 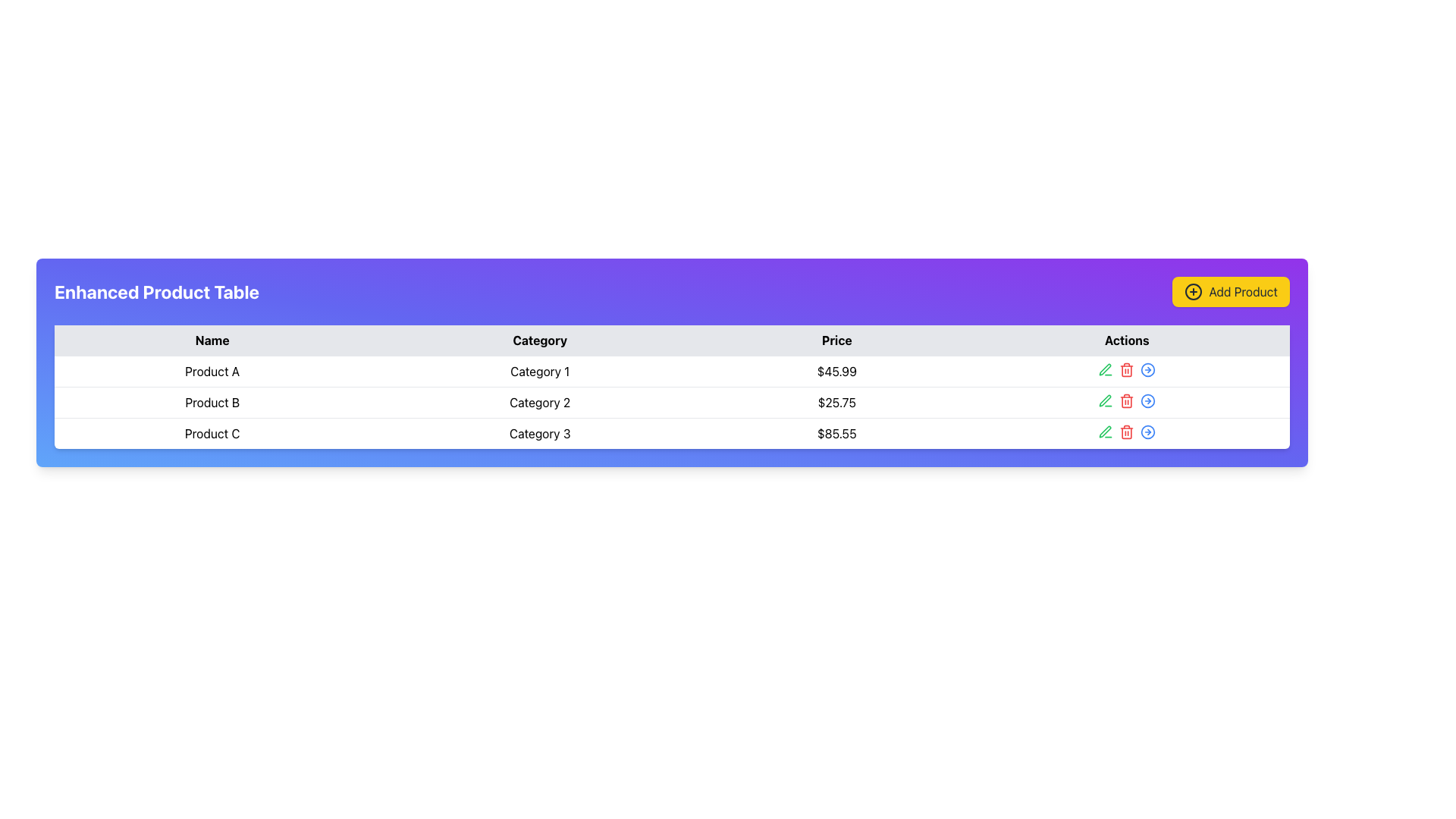 I want to click on the 'Category 3' text element, which is located in the third row of the table under the 'Category' column, positioned between 'Product C' and '$85.55', so click(x=540, y=433).